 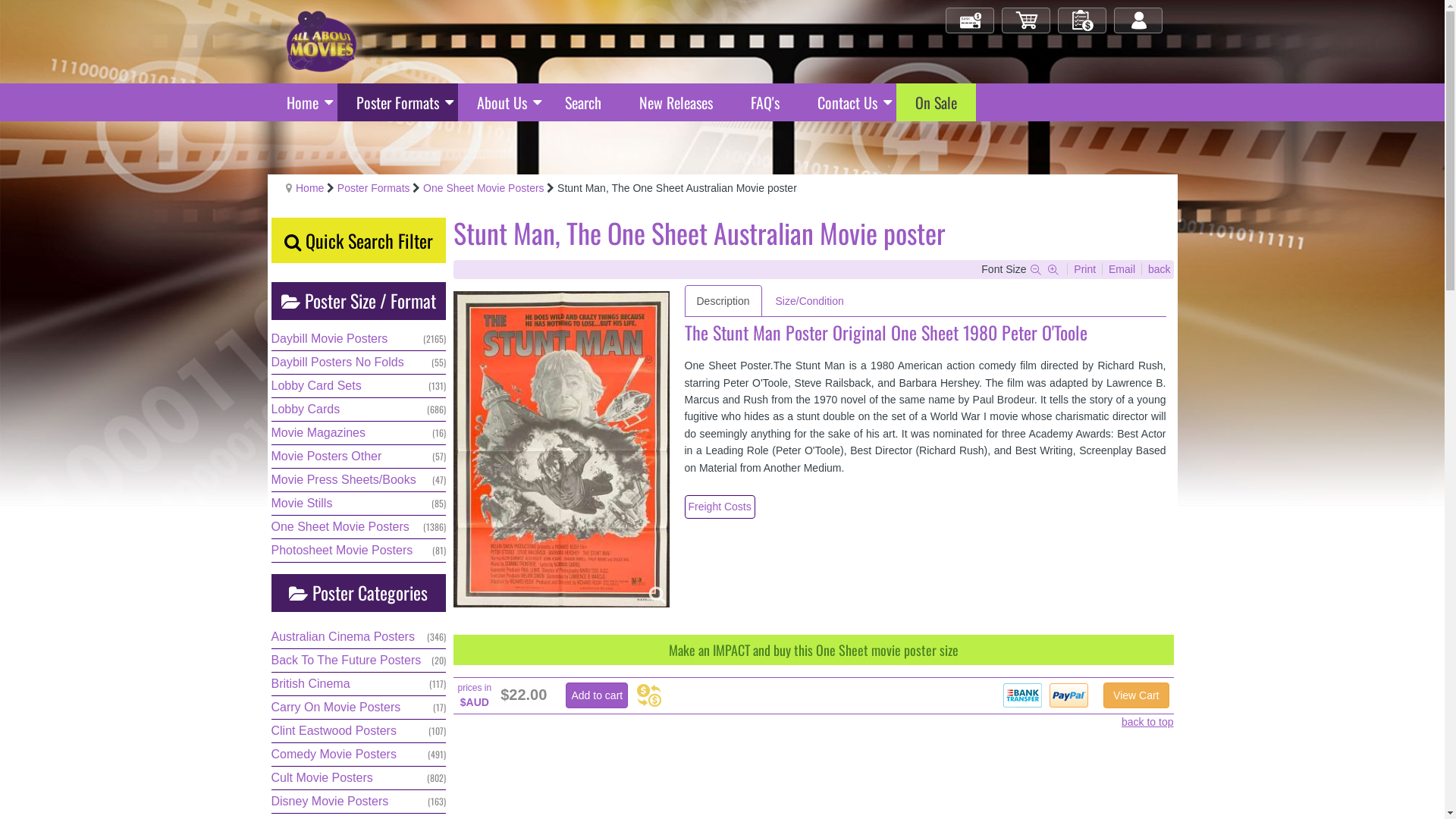 I want to click on 'FAQ's', so click(x=764, y=102).